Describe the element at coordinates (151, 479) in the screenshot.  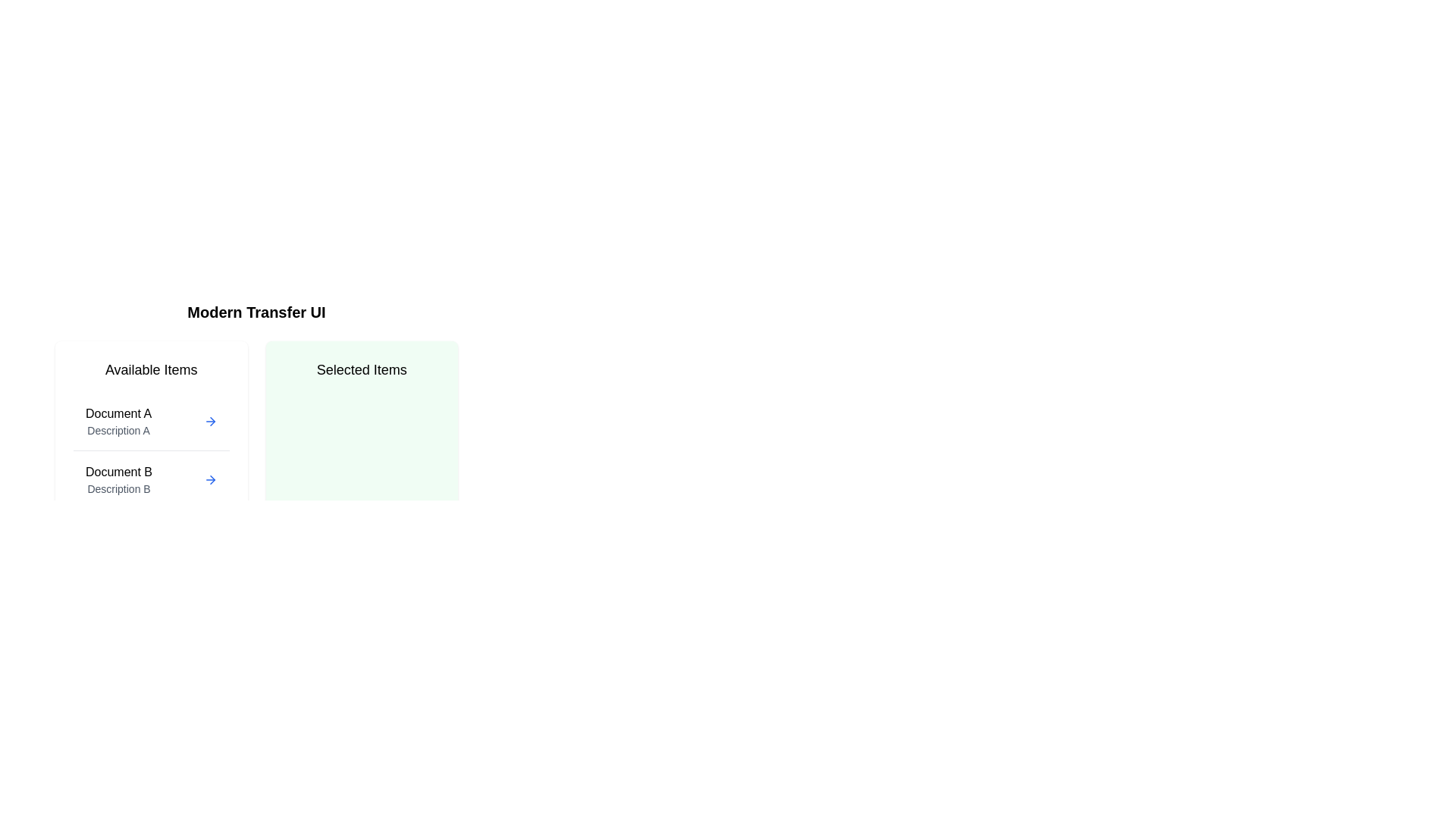
I see `the second list item in the 'Available Items' section, which represents 'Document B'` at that location.